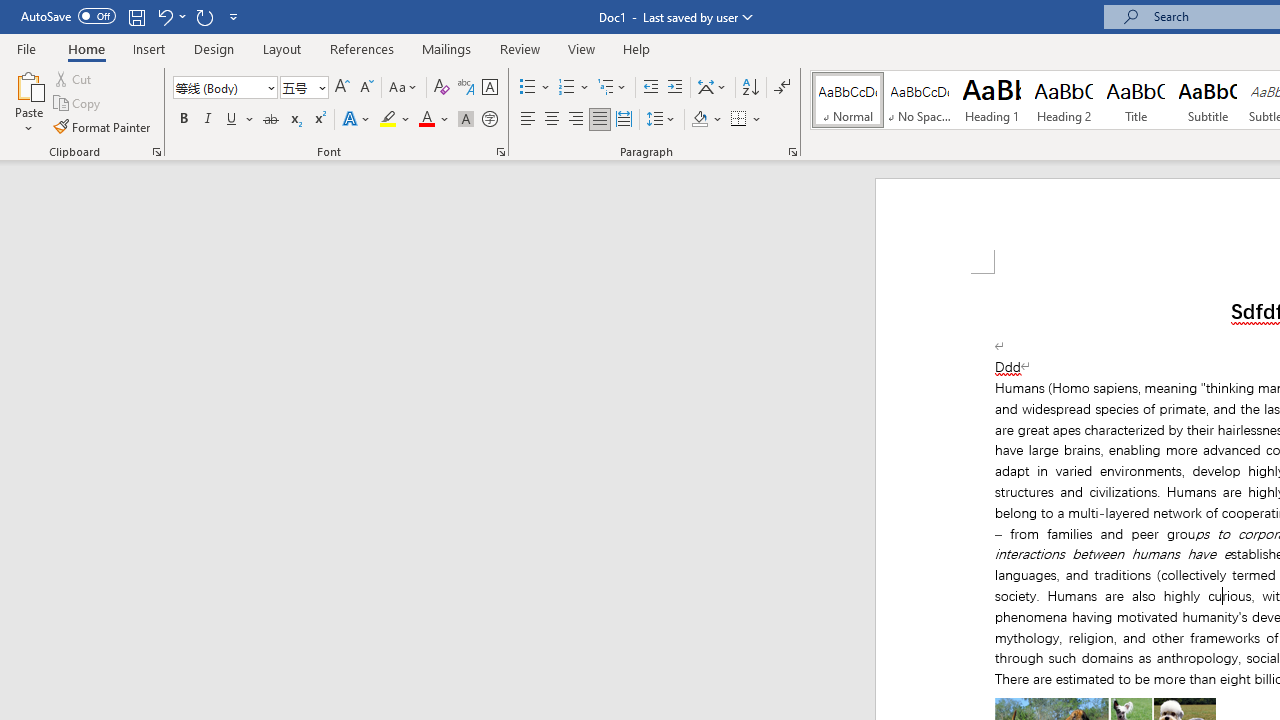 The height and width of the screenshot is (720, 1280). Describe the element at coordinates (204, 16) in the screenshot. I see `'Repeat Italic'` at that location.